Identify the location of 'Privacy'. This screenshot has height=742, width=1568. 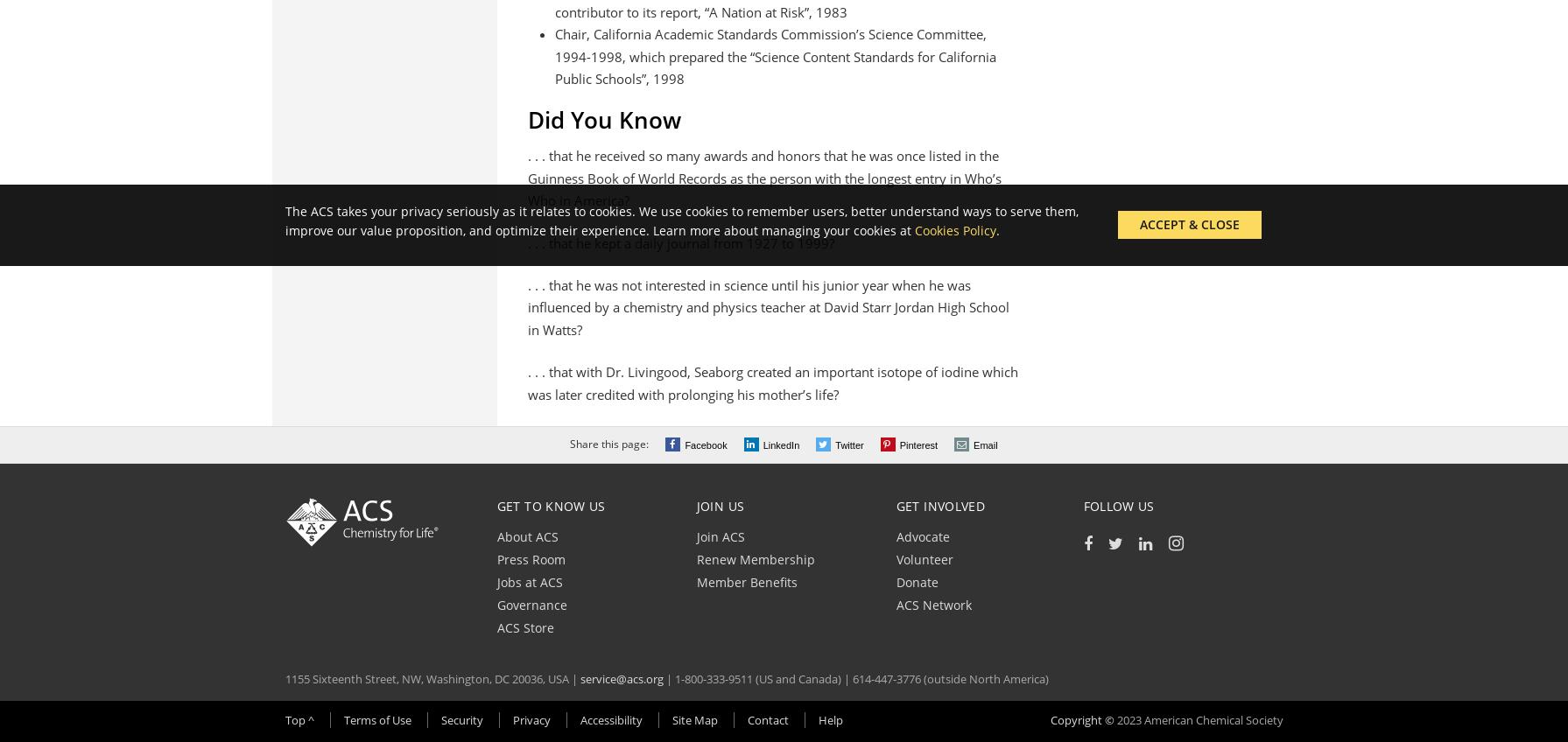
(511, 719).